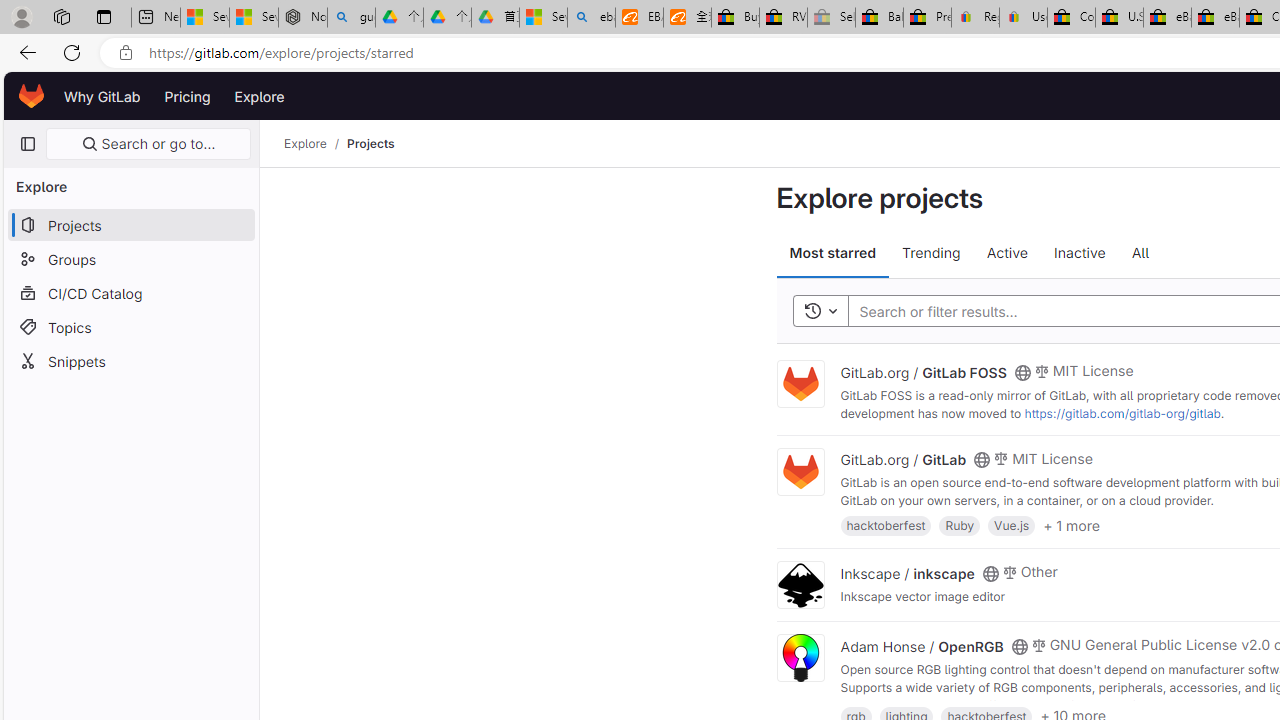  What do you see at coordinates (351, 17) in the screenshot?
I see `'guge yunpan - Search'` at bounding box center [351, 17].